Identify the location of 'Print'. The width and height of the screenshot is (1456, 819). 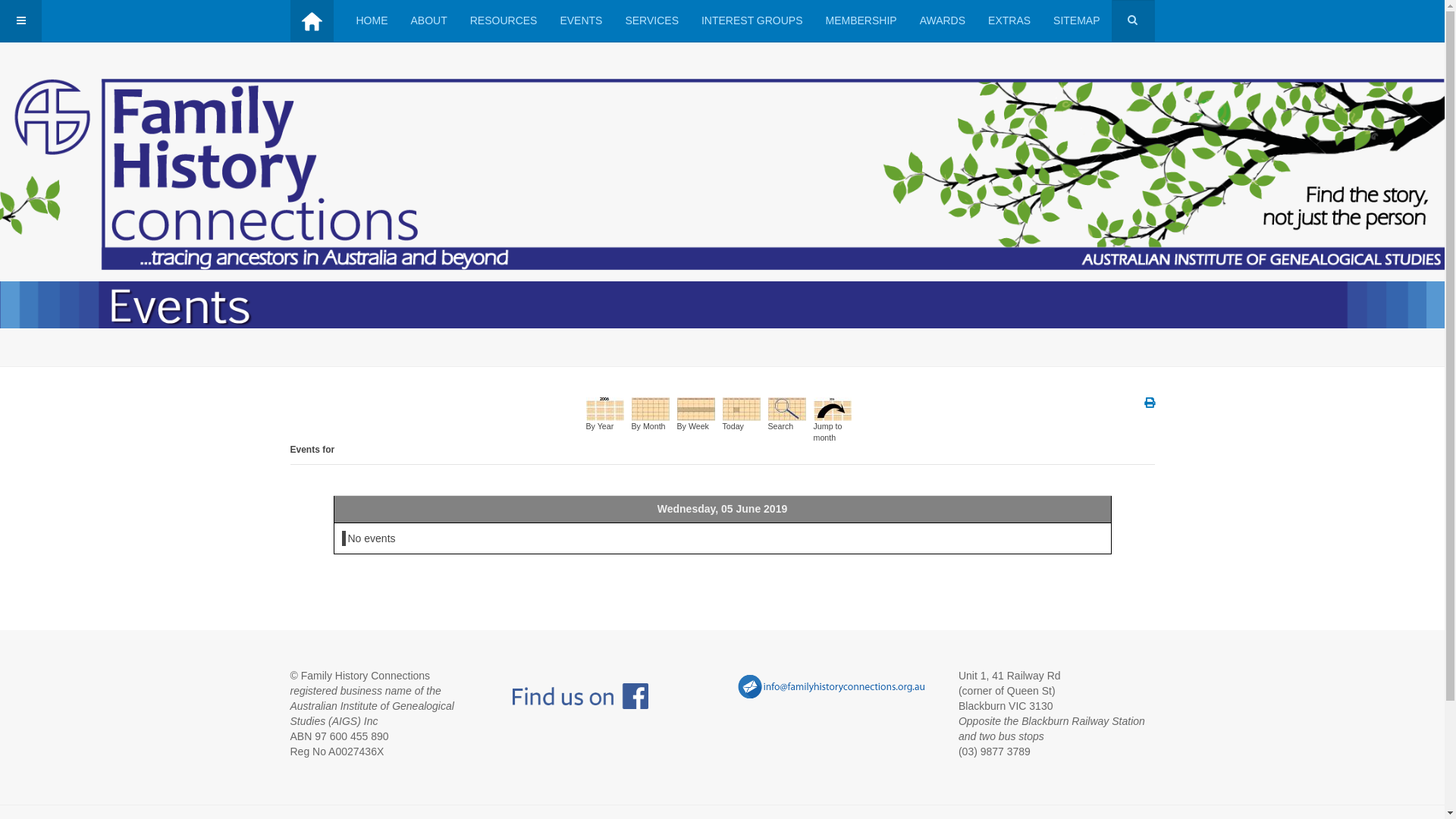
(1149, 402).